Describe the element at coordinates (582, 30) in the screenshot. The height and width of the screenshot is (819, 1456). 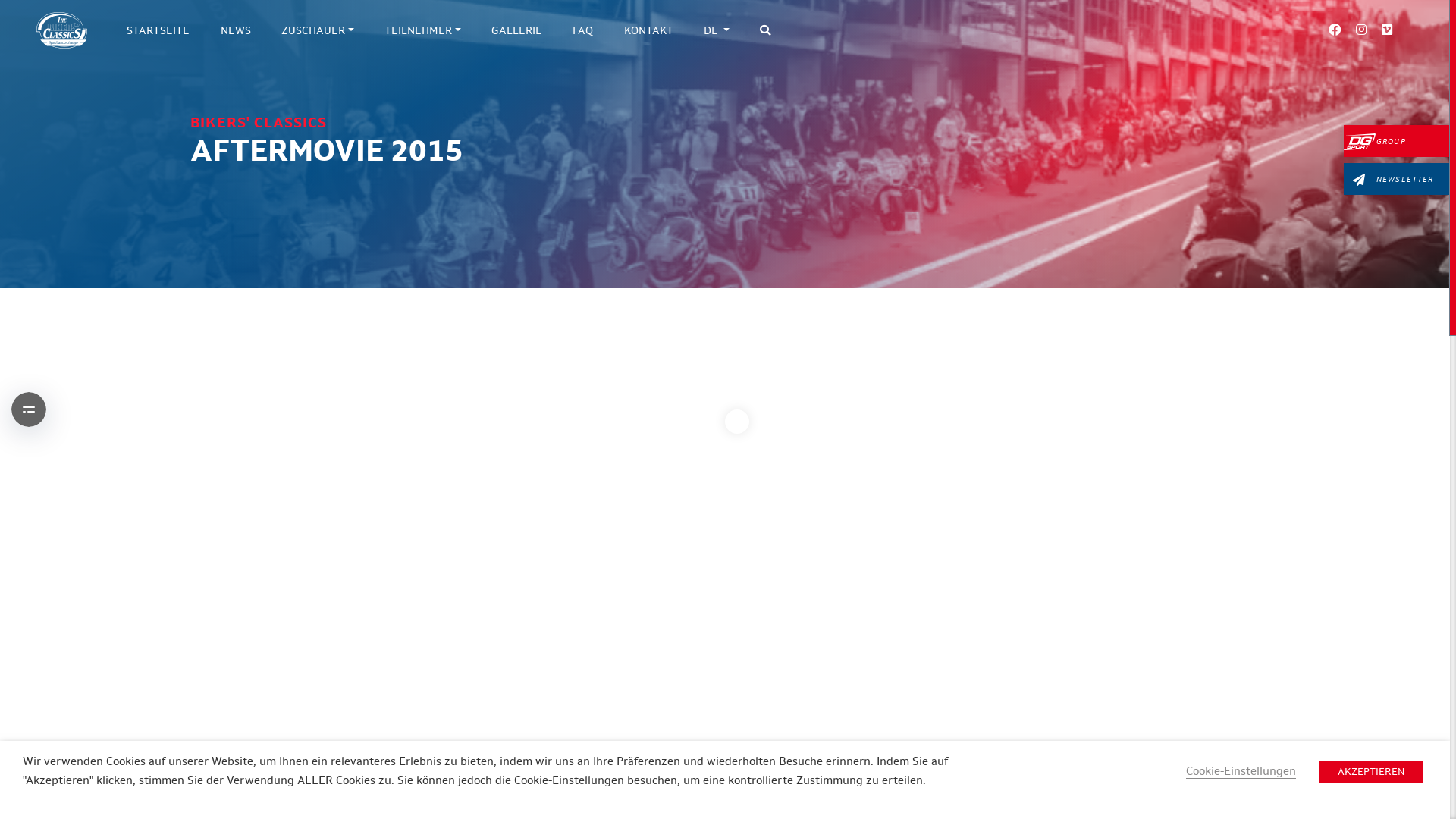
I see `'FAQ'` at that location.